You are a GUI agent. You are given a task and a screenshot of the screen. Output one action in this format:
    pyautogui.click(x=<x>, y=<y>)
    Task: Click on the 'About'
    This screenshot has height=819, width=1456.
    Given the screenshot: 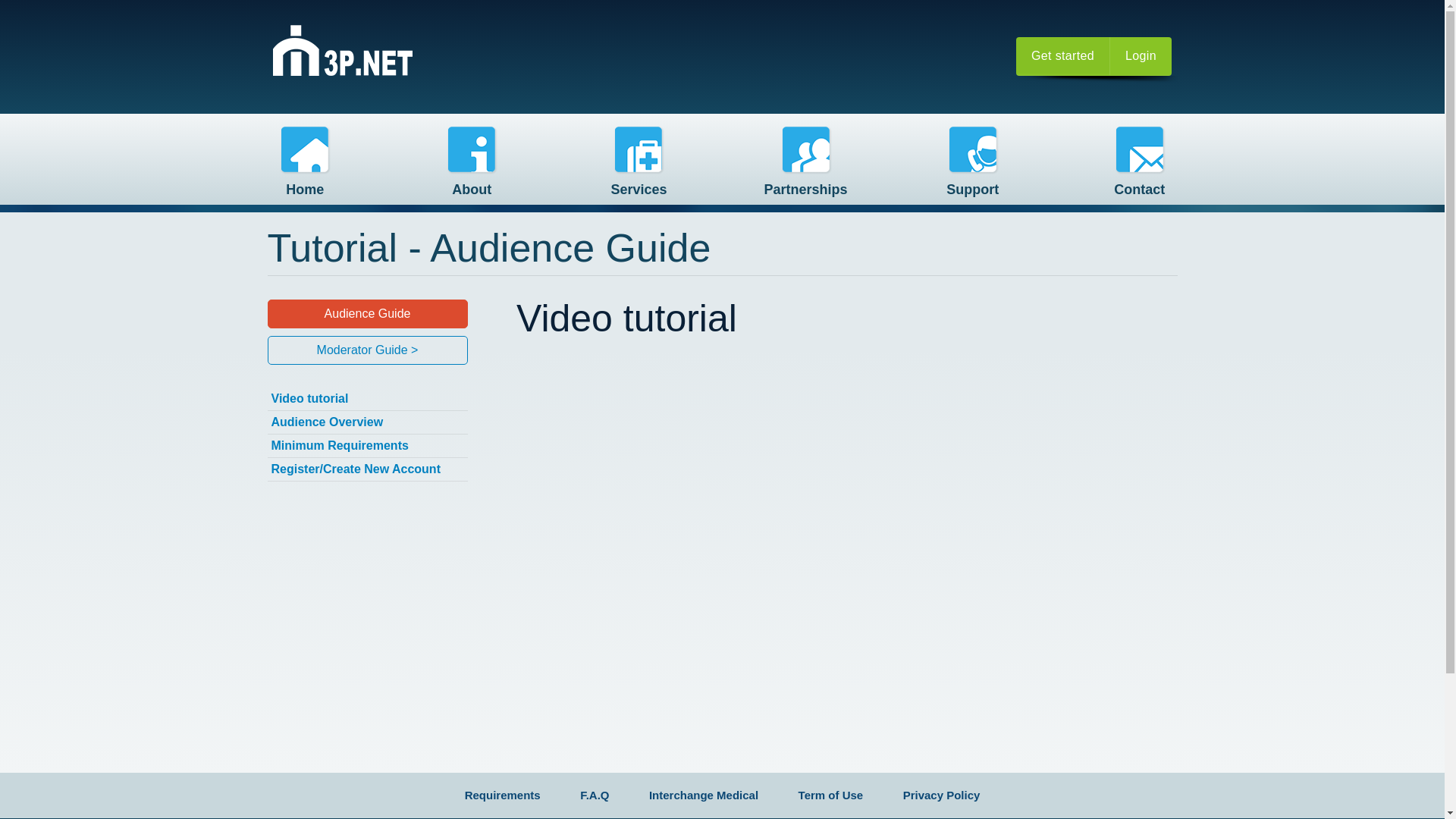 What is the action you would take?
    pyautogui.click(x=471, y=166)
    